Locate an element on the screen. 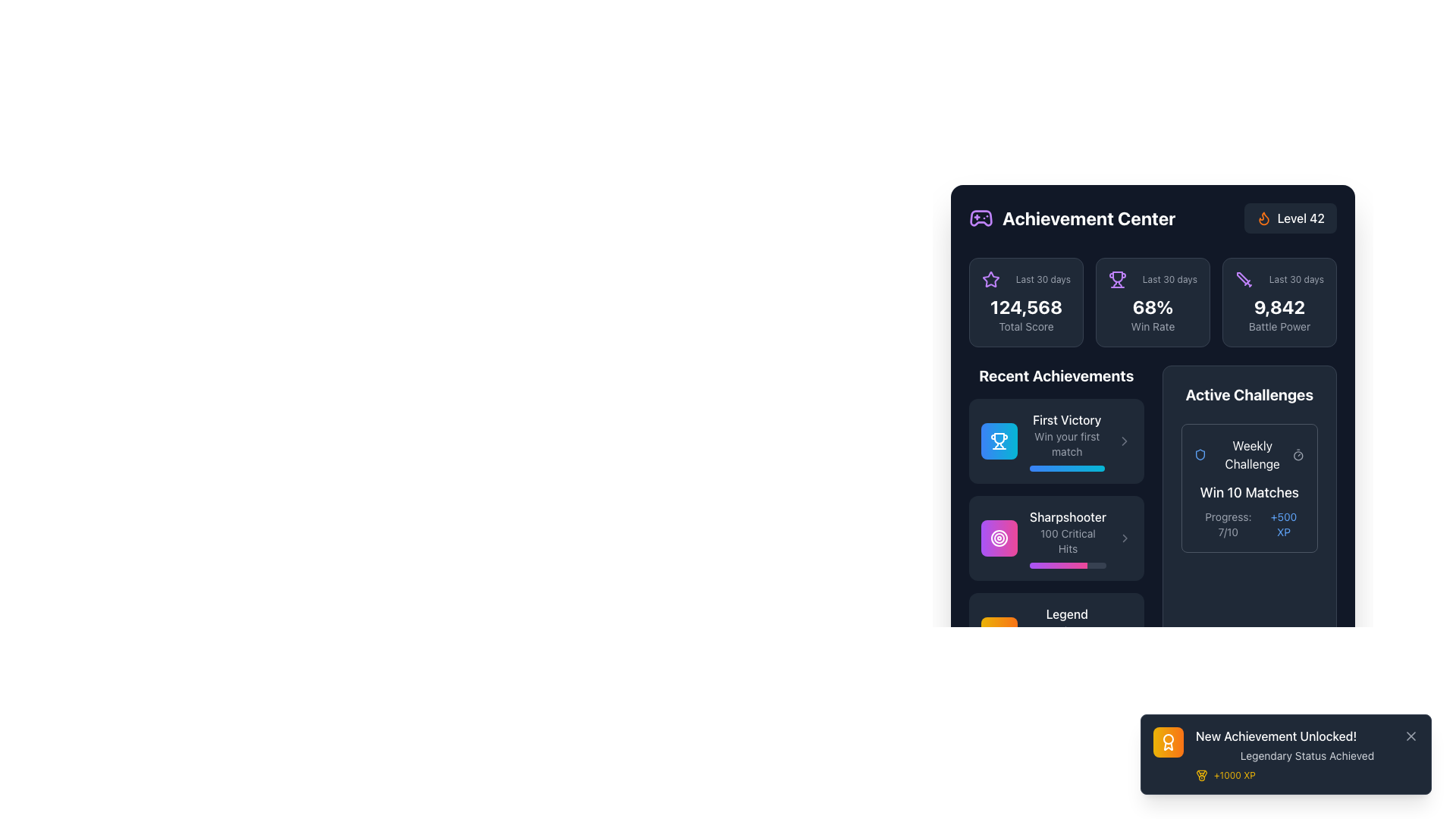 The height and width of the screenshot is (819, 1456). the decorative vector graphic component of the achievement badge icon, which is located near the lower portion of the badge is located at coordinates (1167, 745).